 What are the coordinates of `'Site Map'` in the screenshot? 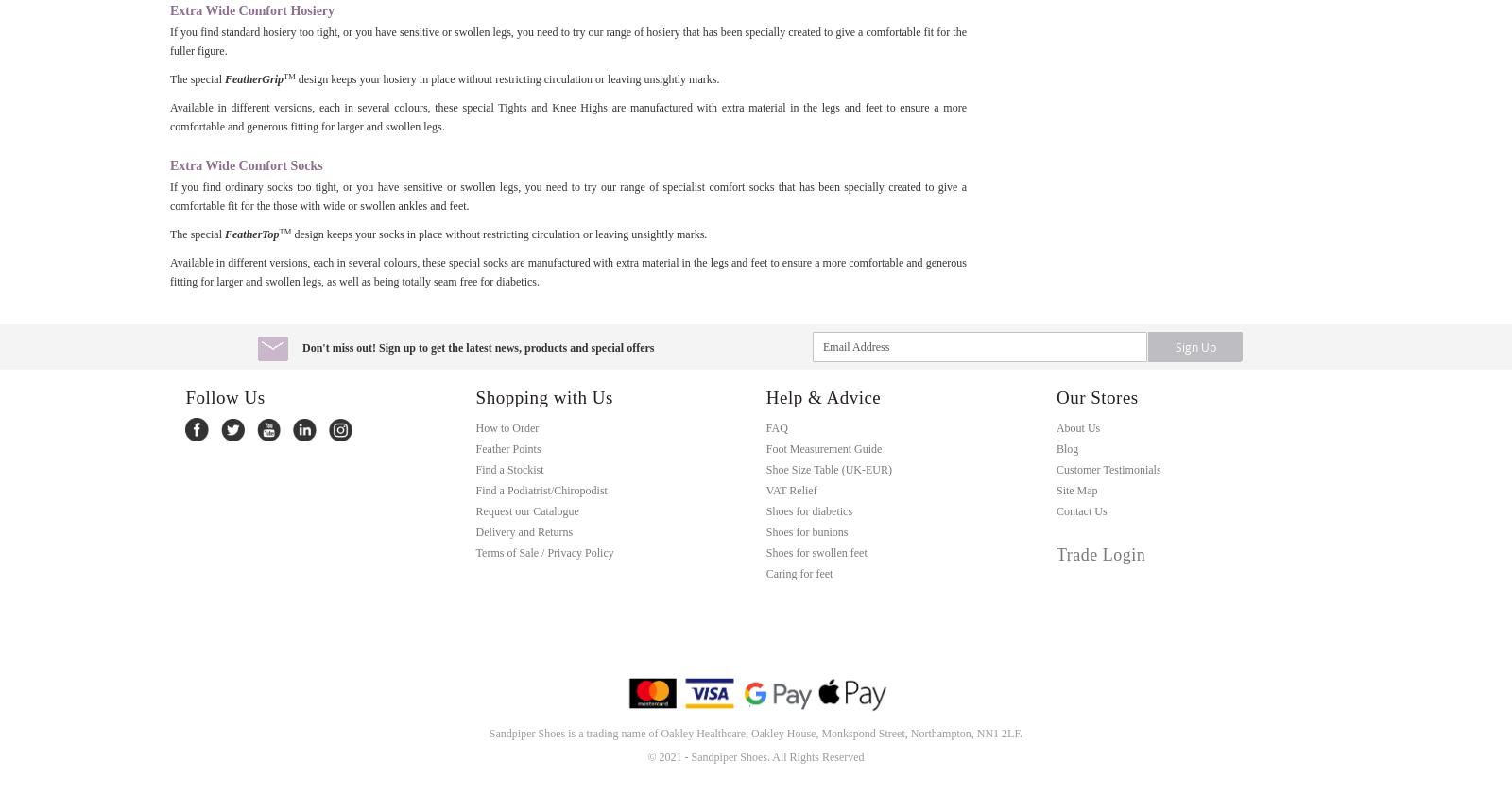 It's located at (1076, 490).